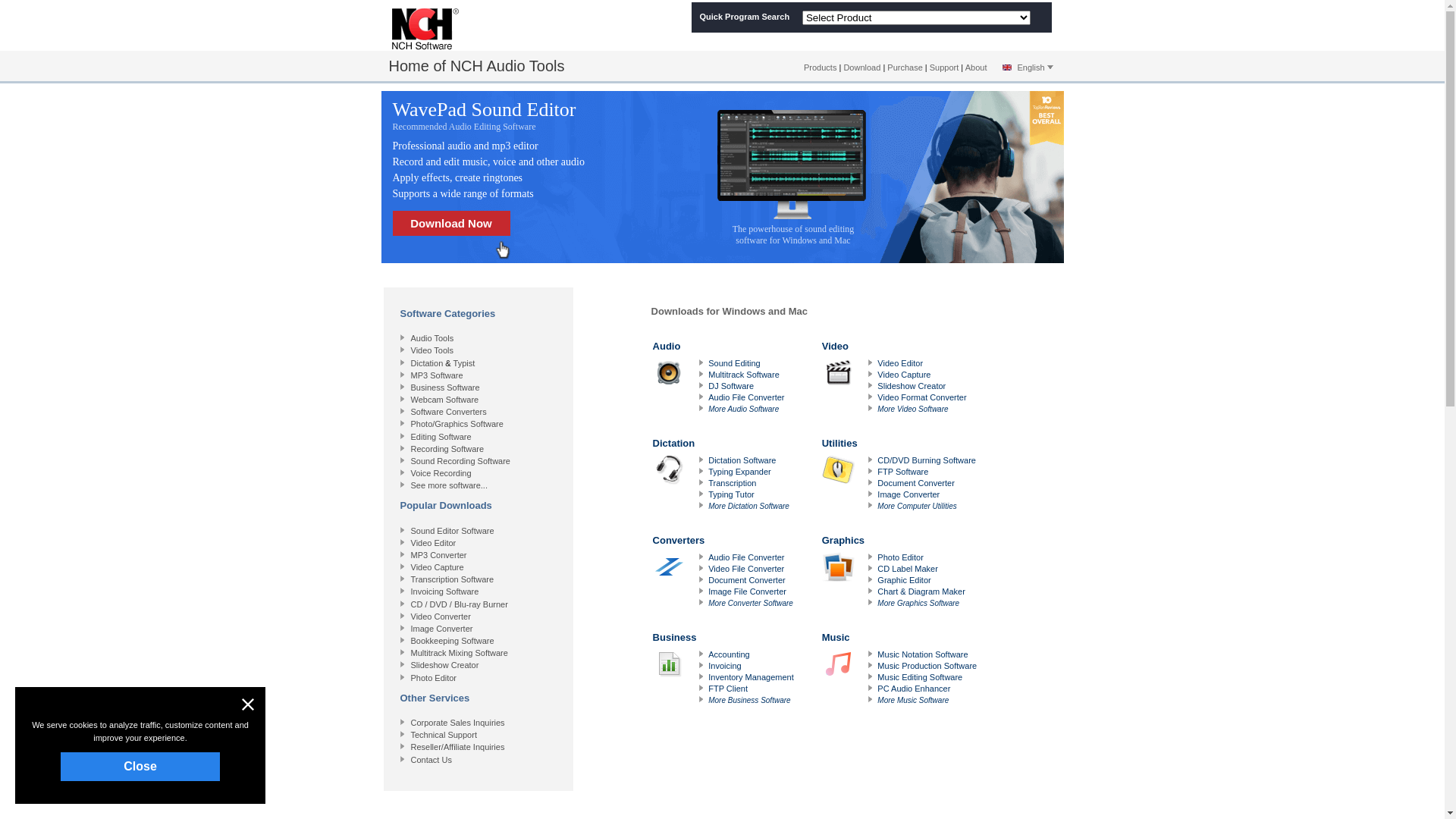  Describe the element at coordinates (901, 472) in the screenshot. I see `'Utilities'` at that location.